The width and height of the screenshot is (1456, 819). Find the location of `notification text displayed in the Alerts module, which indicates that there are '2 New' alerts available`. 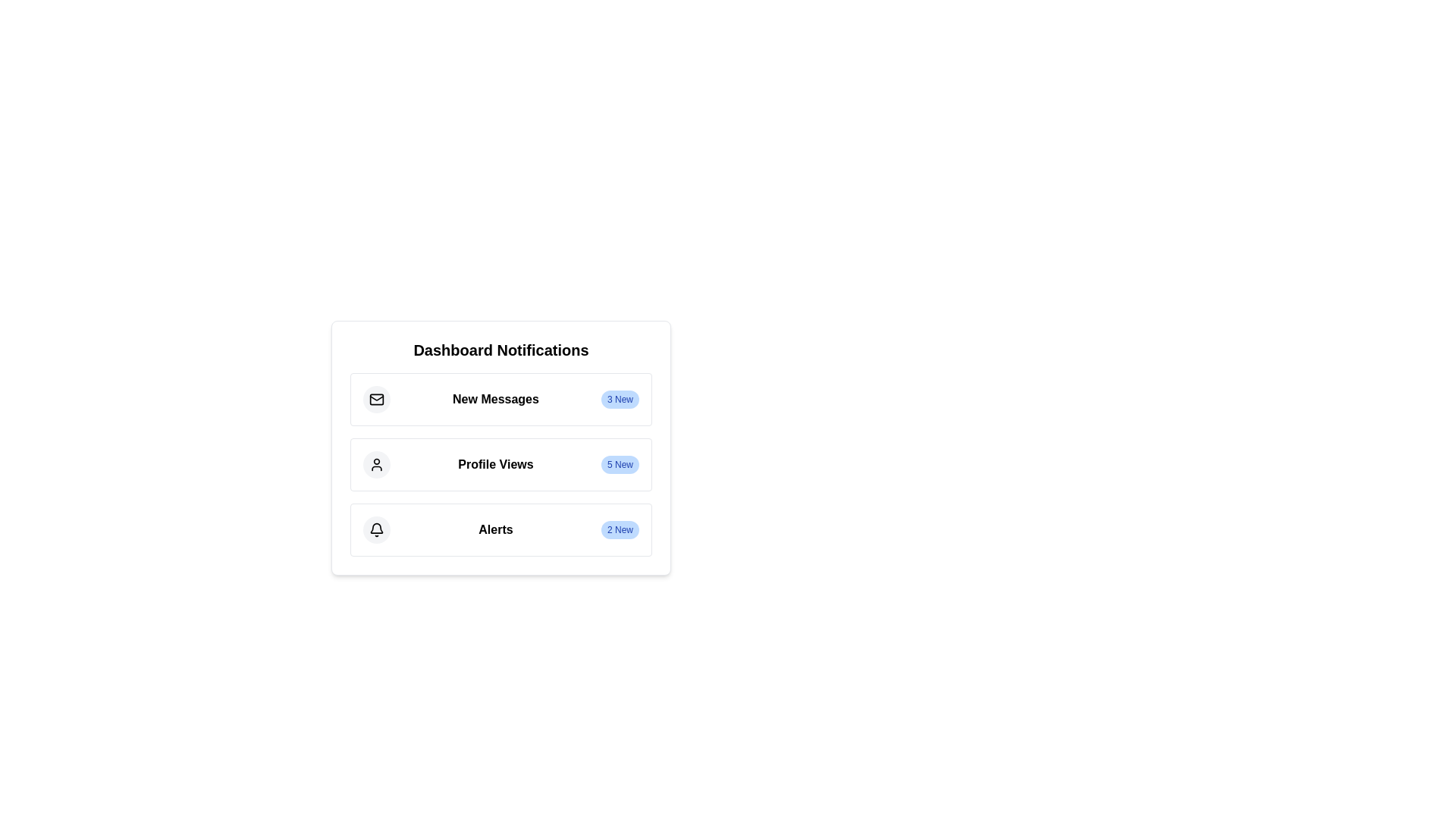

notification text displayed in the Alerts module, which indicates that there are '2 New' alerts available is located at coordinates (501, 529).